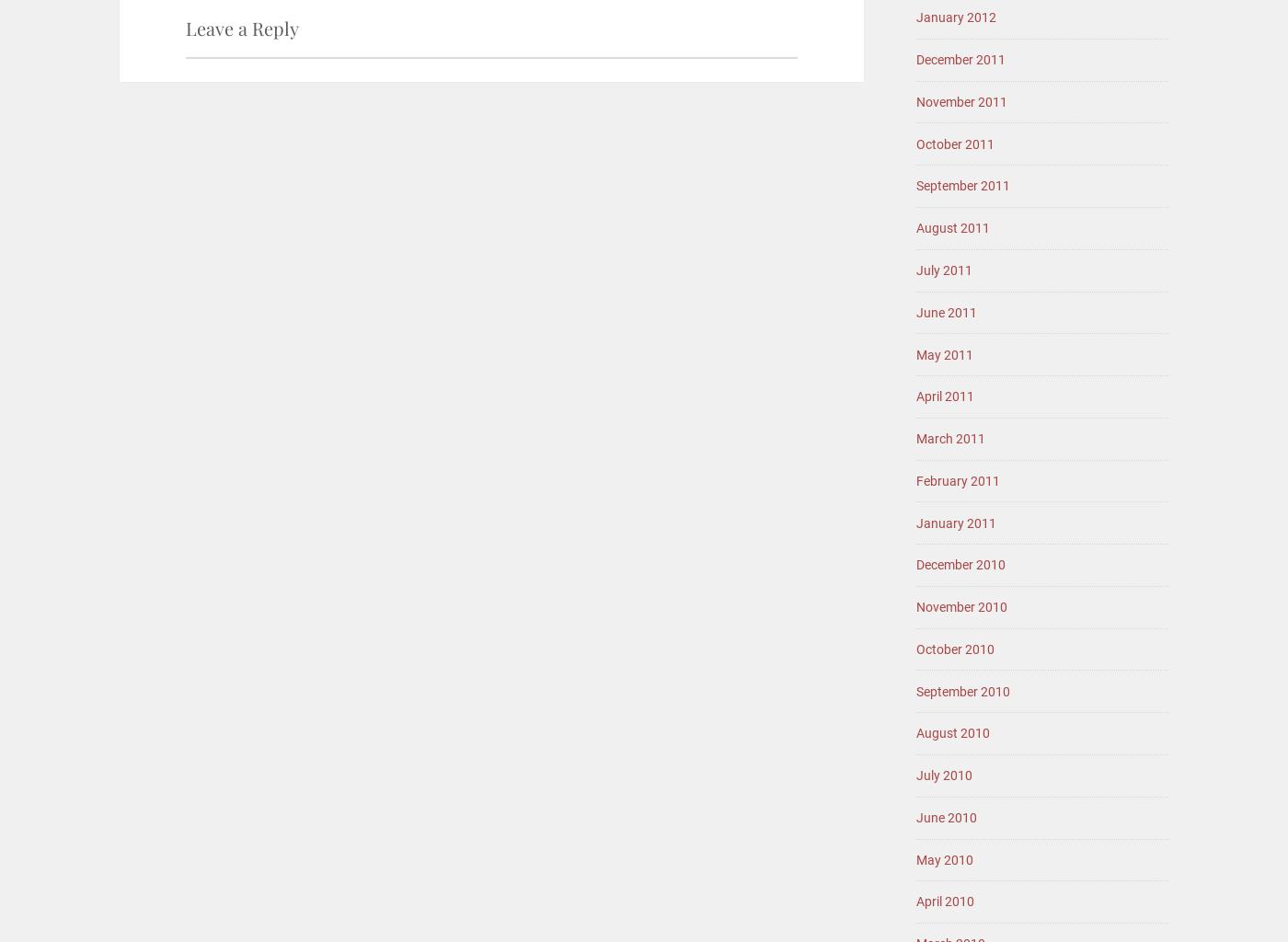 The height and width of the screenshot is (942, 1288). Describe the element at coordinates (958, 480) in the screenshot. I see `'February 2011'` at that location.